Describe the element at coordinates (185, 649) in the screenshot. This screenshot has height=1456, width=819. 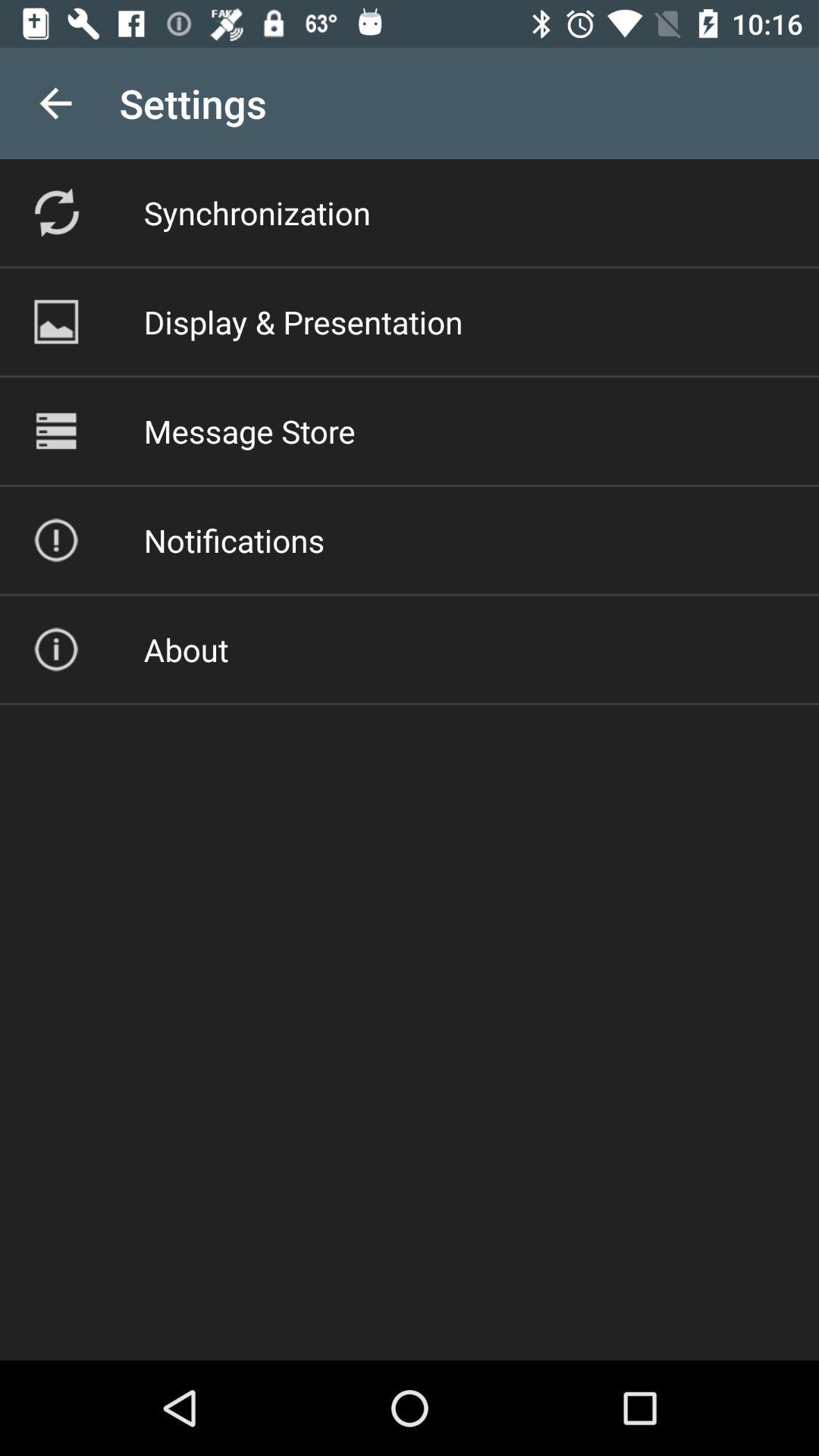
I see `item below notifications icon` at that location.